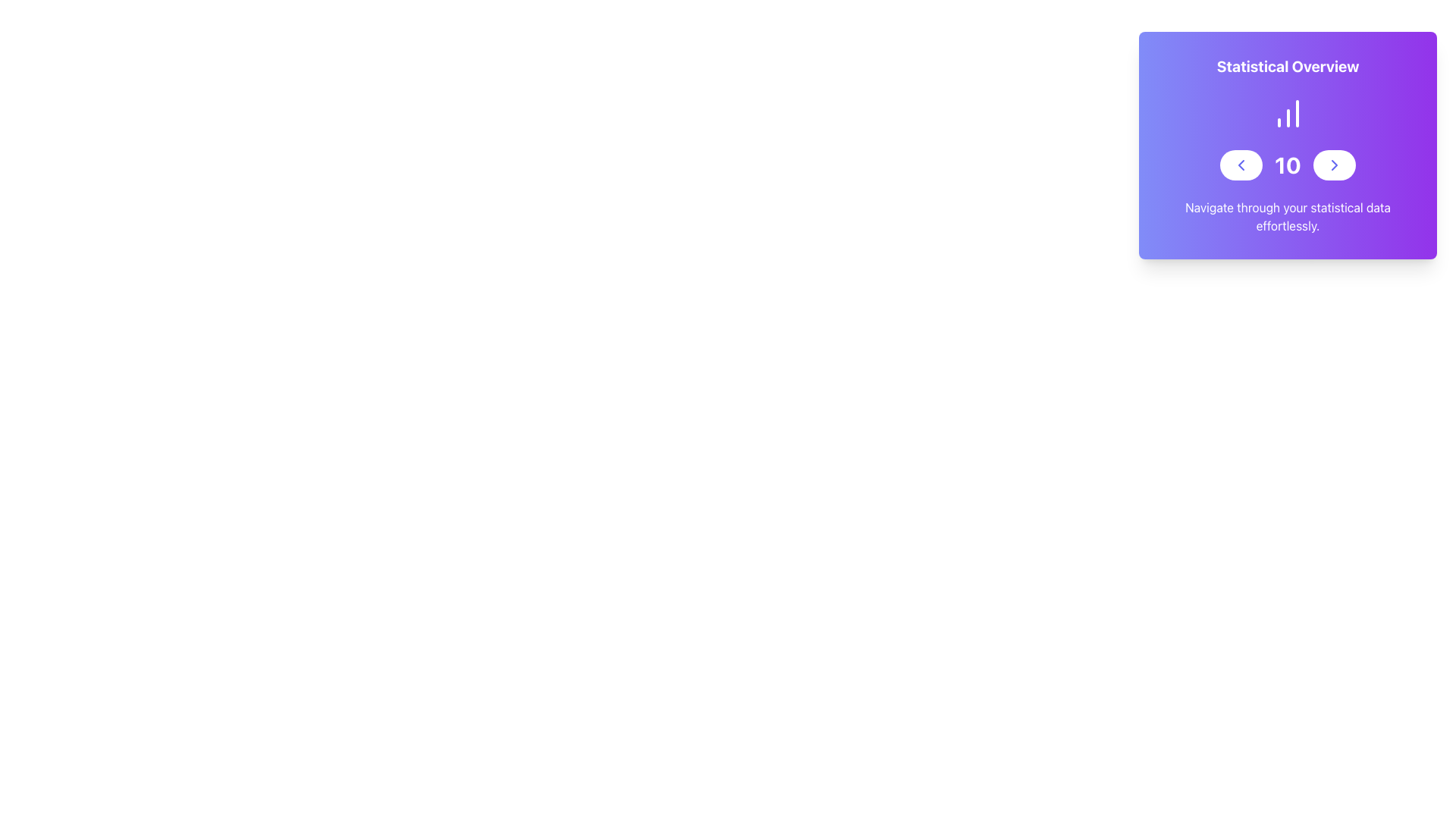 The width and height of the screenshot is (1456, 819). What do you see at coordinates (1241, 165) in the screenshot?
I see `the navigation button located to the left of the numeric label '10' and to the right of the statistical graph icon to trigger its hover states` at bounding box center [1241, 165].